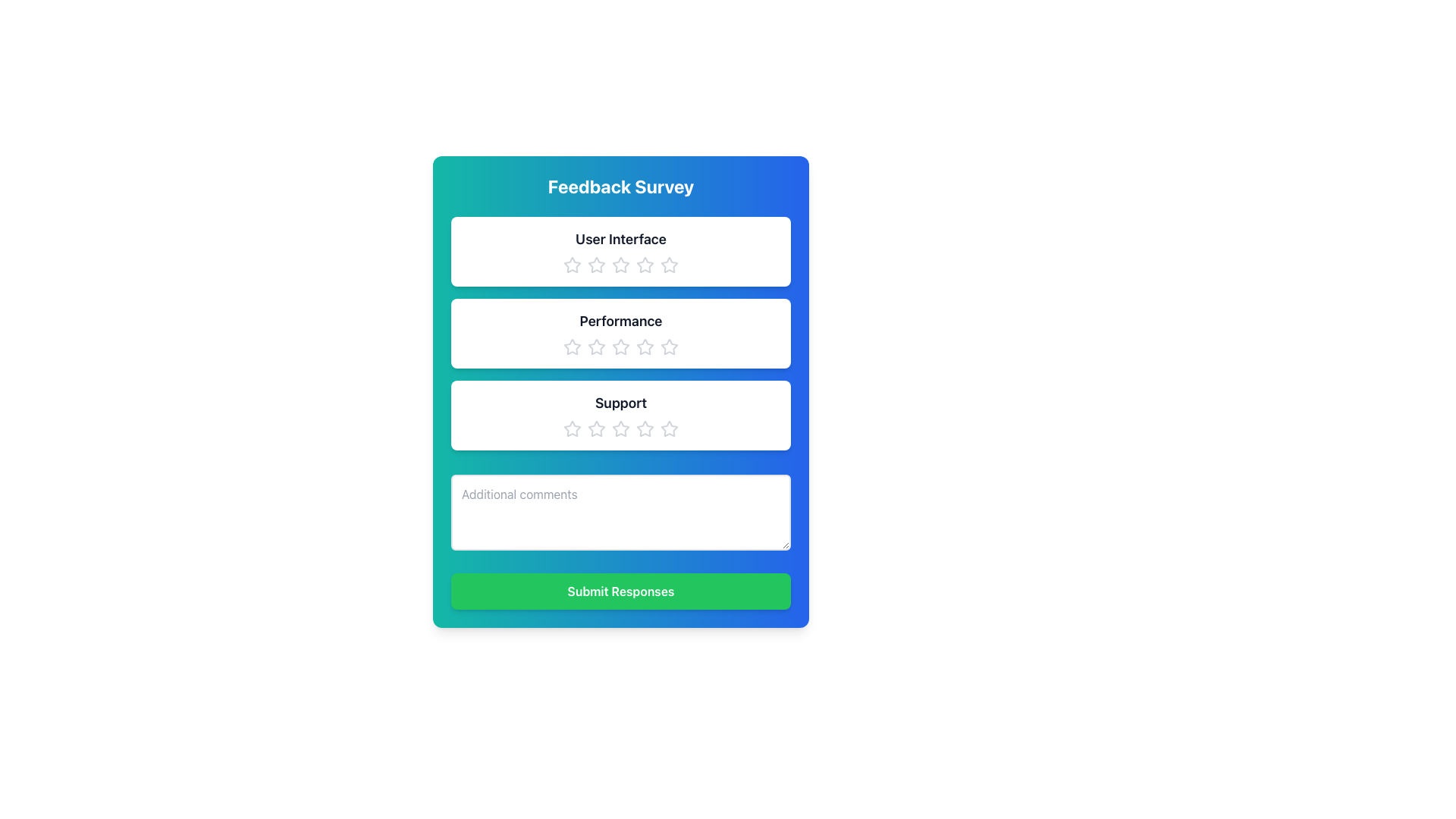  Describe the element at coordinates (669, 347) in the screenshot. I see `the fifth star-shaped rating icon in the 'Performance' section of the feedback survey to rate it` at that location.